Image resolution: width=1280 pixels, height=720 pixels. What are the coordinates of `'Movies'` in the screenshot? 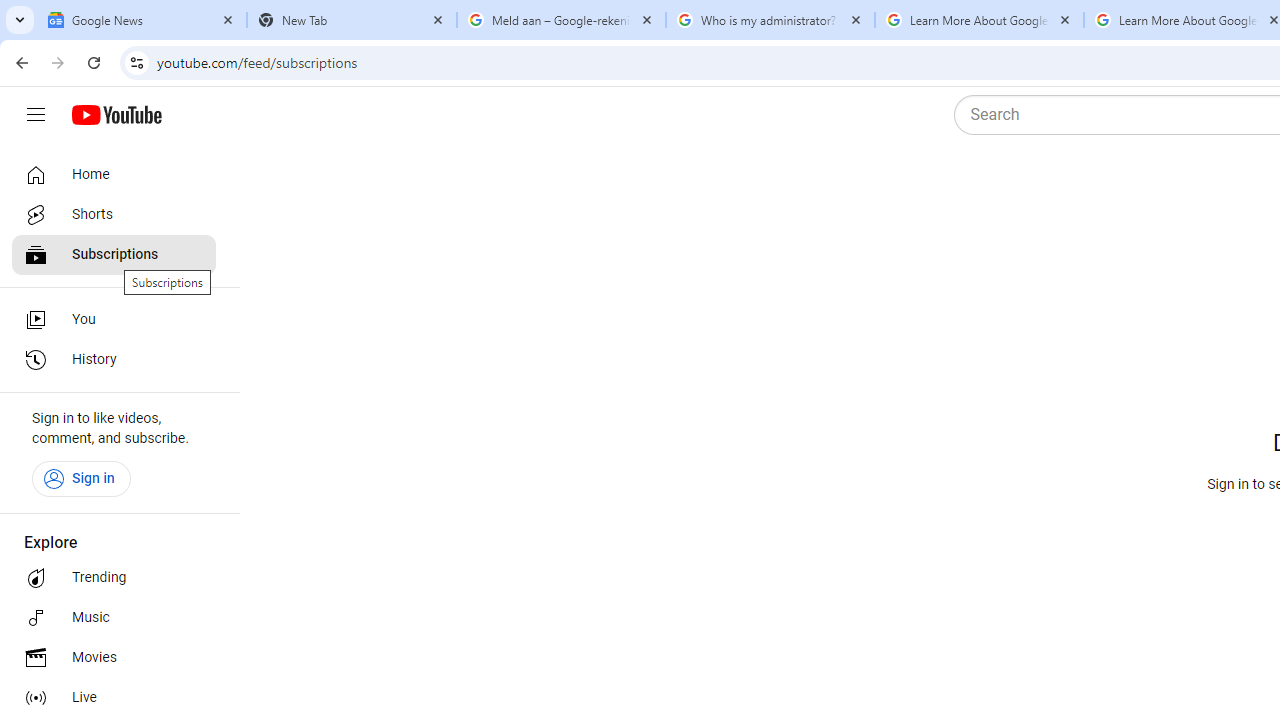 It's located at (112, 658).